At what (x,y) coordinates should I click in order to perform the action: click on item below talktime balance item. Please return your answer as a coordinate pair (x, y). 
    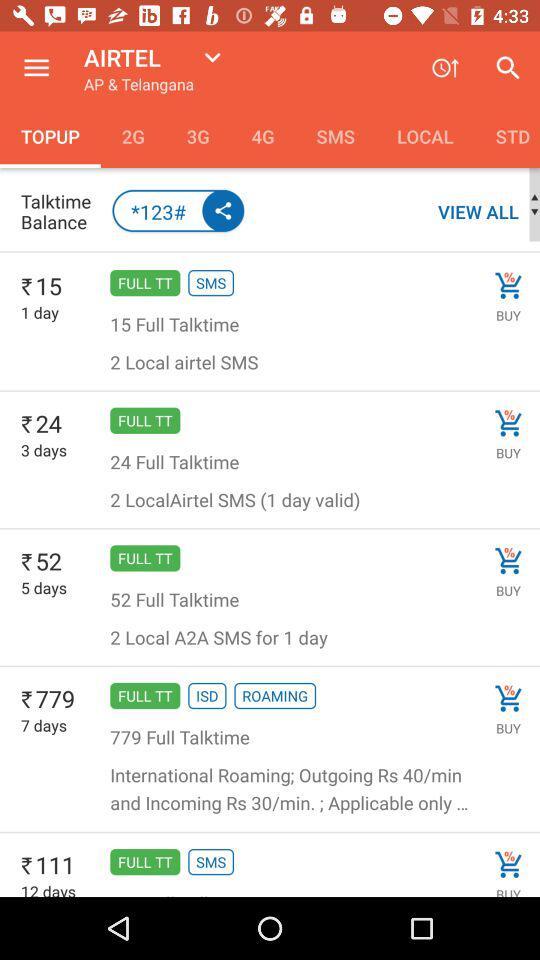
    Looking at the image, I should click on (270, 251).